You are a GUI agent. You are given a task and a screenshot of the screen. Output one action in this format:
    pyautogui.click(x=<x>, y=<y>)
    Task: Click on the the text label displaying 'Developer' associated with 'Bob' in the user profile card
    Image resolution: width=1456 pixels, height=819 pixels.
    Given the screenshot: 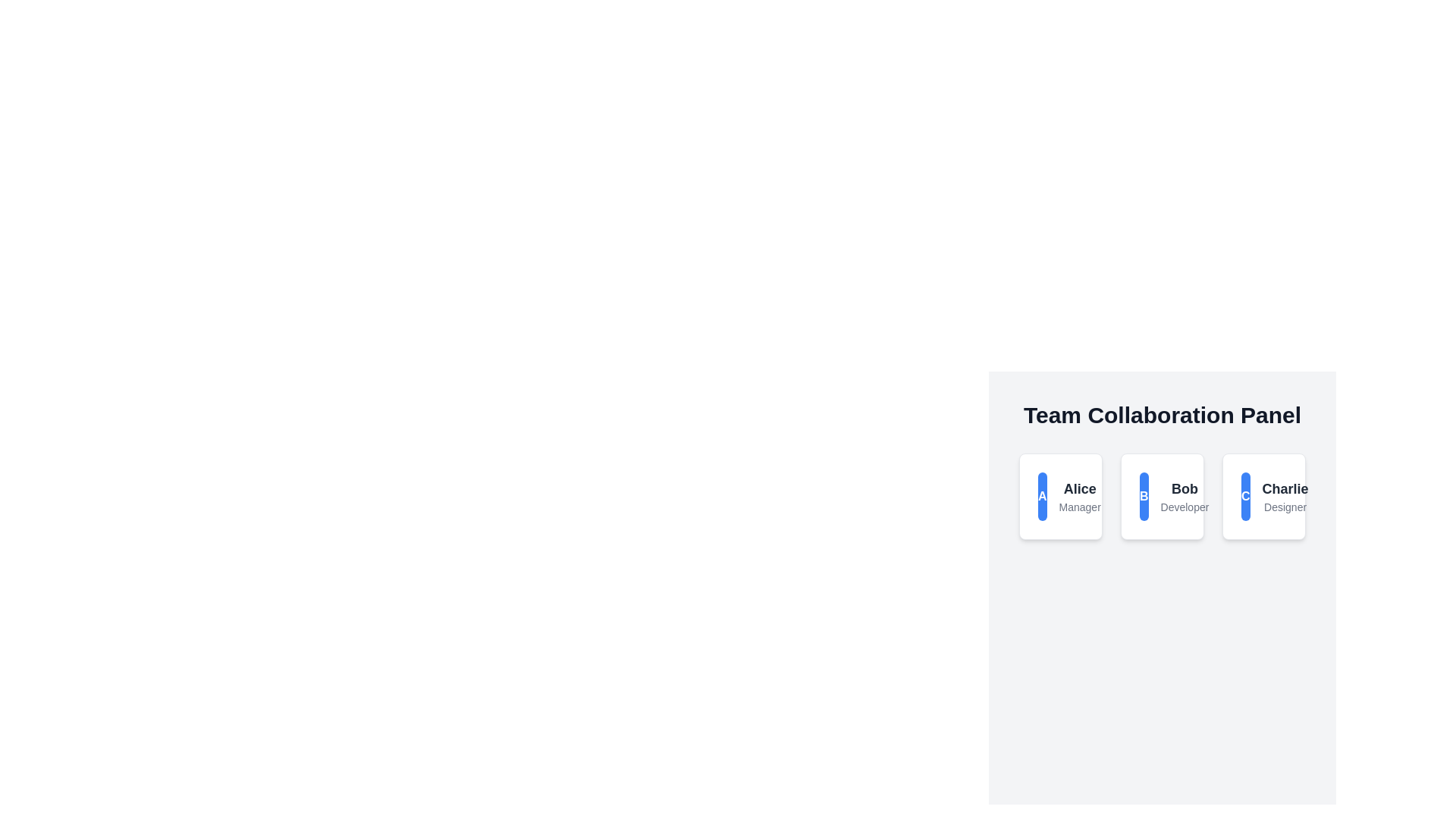 What is the action you would take?
    pyautogui.click(x=1184, y=507)
    